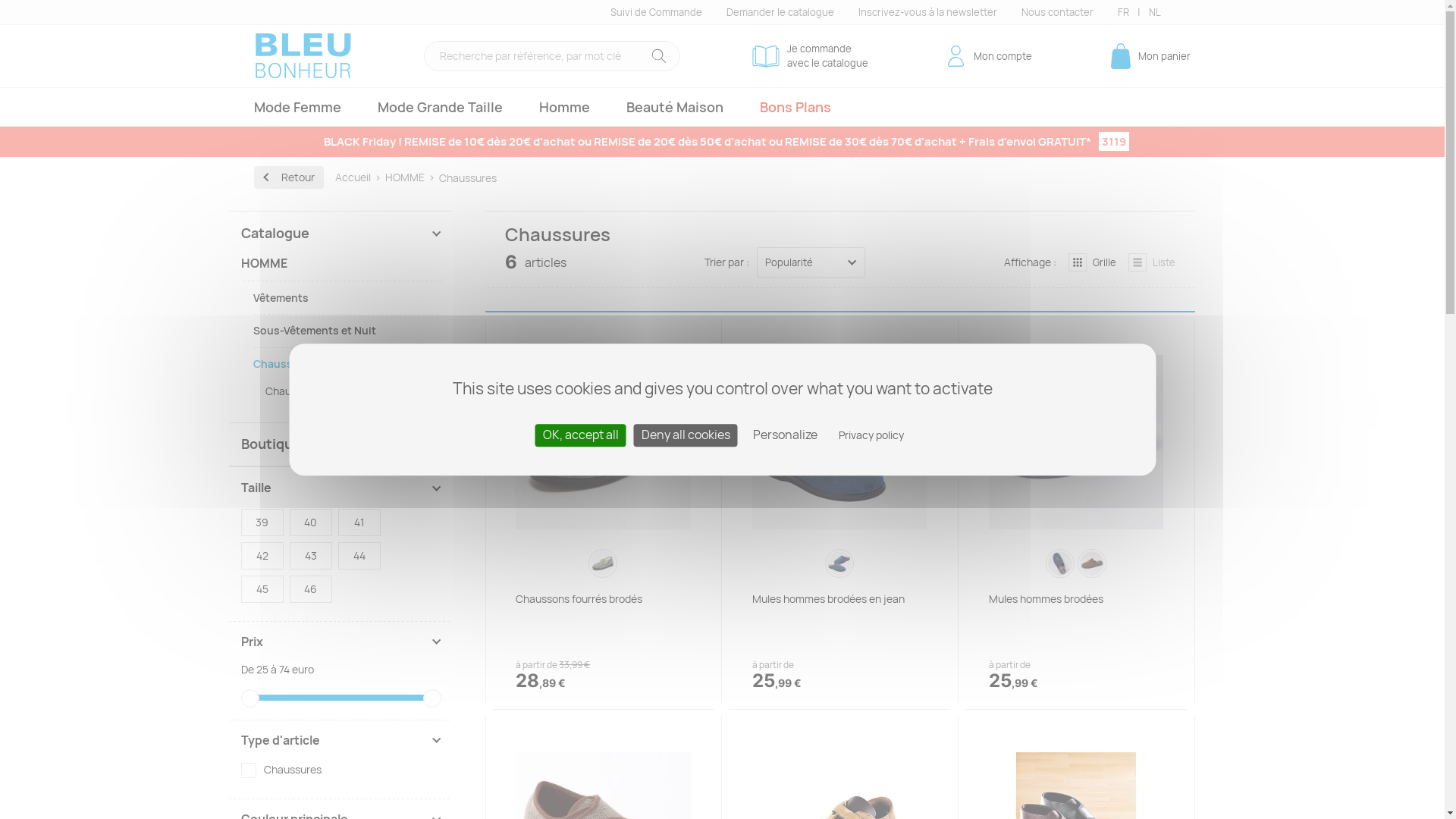 This screenshot has width=1456, height=819. Describe the element at coordinates (359, 555) in the screenshot. I see `'44'` at that location.